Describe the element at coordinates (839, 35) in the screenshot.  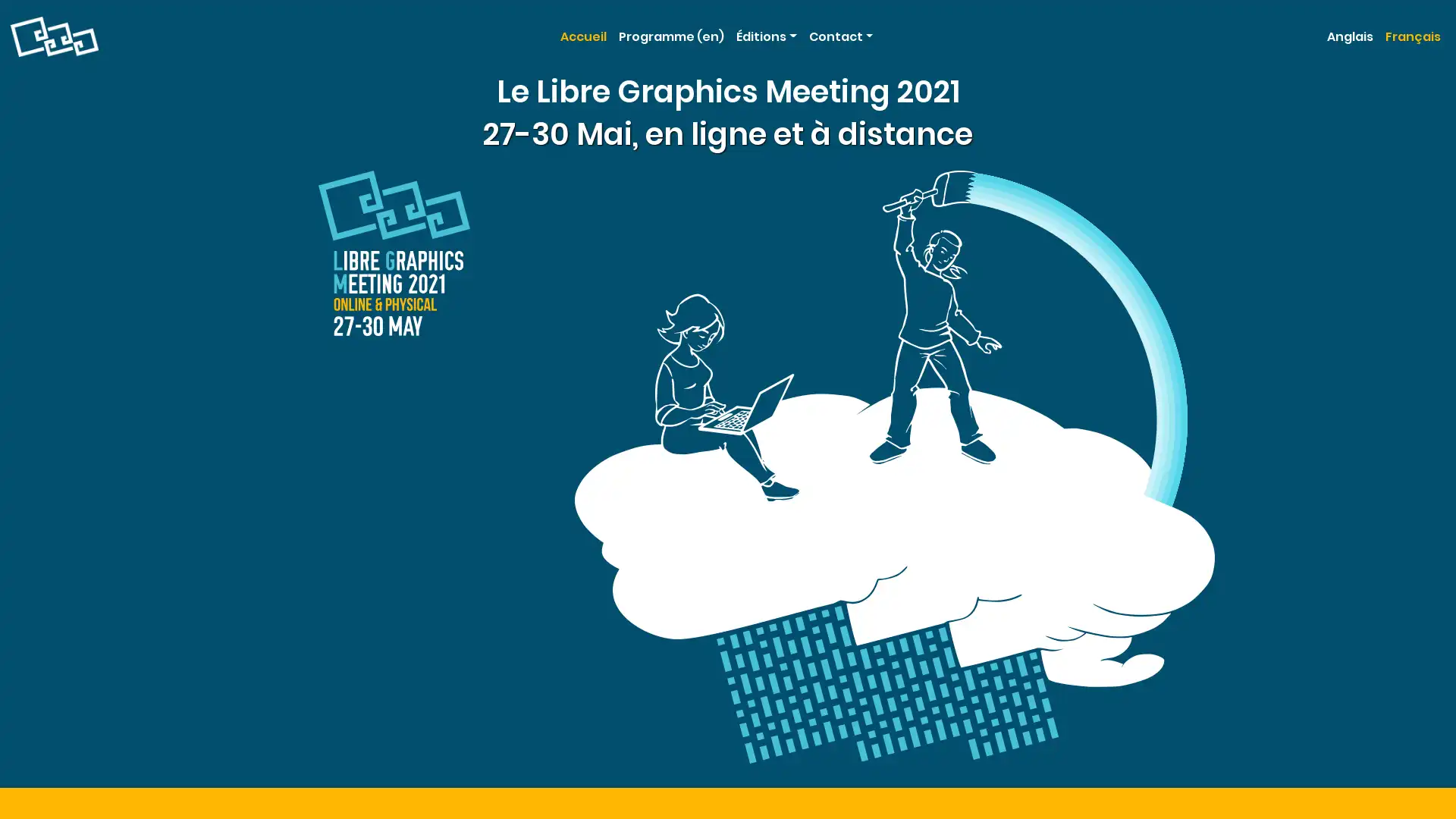
I see `Contact` at that location.